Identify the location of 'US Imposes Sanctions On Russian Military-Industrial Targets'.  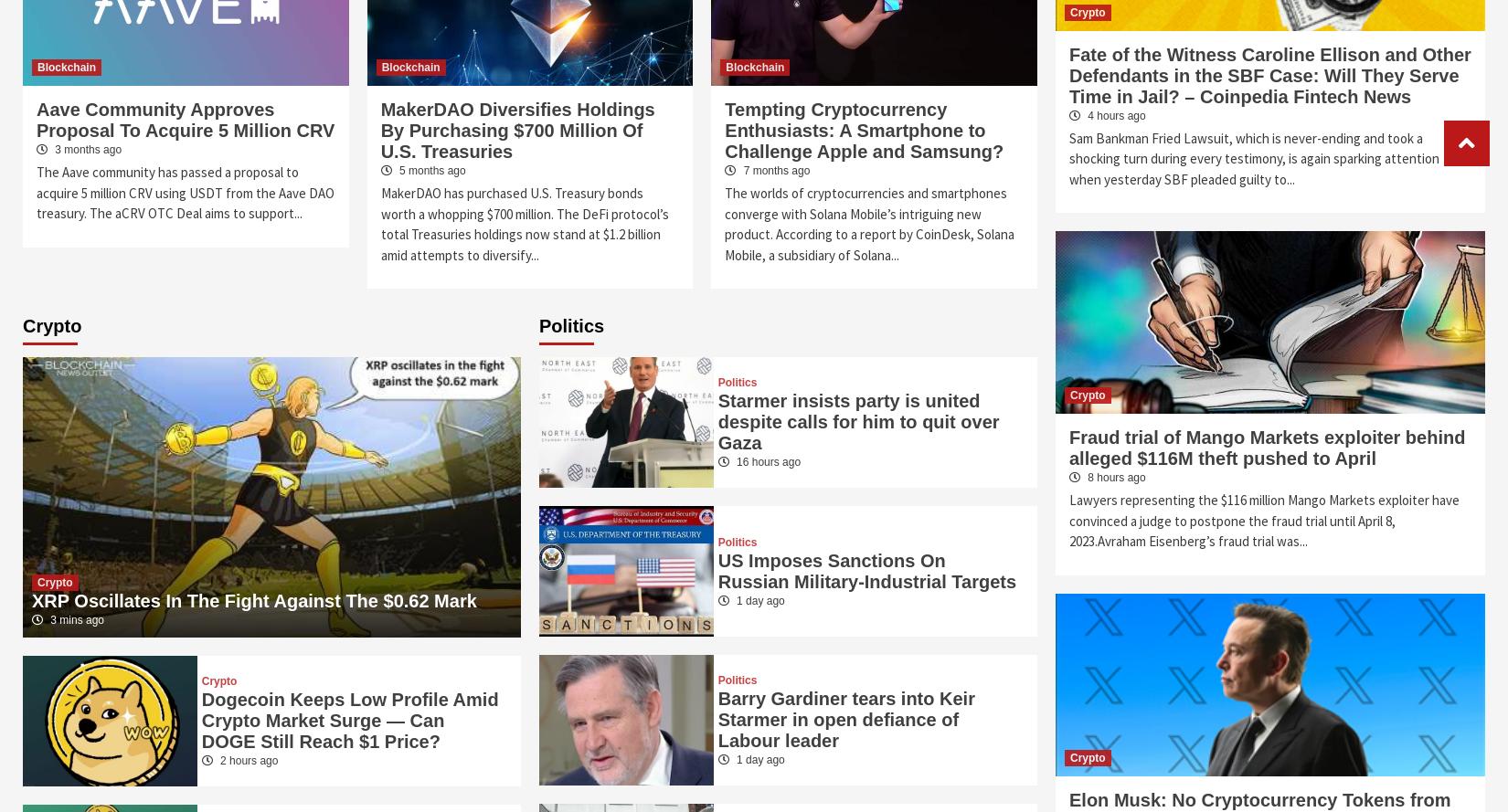
(866, 569).